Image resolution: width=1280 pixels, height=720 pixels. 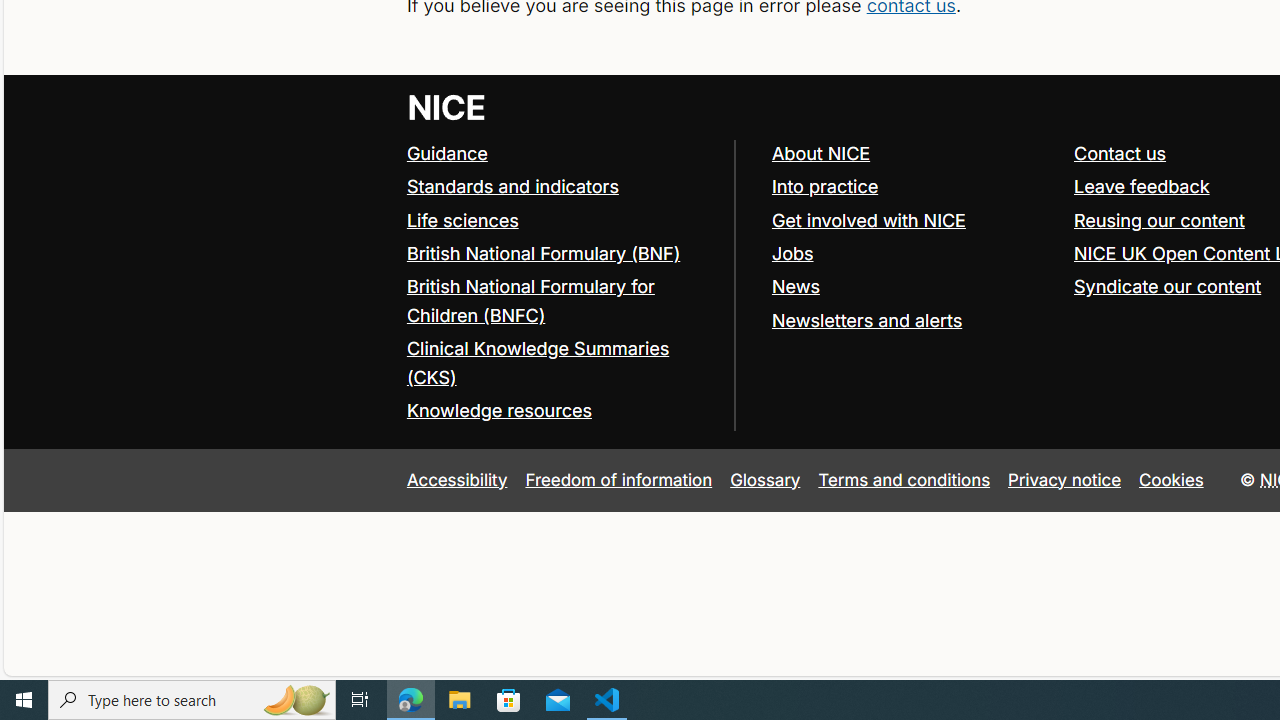 What do you see at coordinates (866, 319) in the screenshot?
I see `'Newsletters and alerts'` at bounding box center [866, 319].